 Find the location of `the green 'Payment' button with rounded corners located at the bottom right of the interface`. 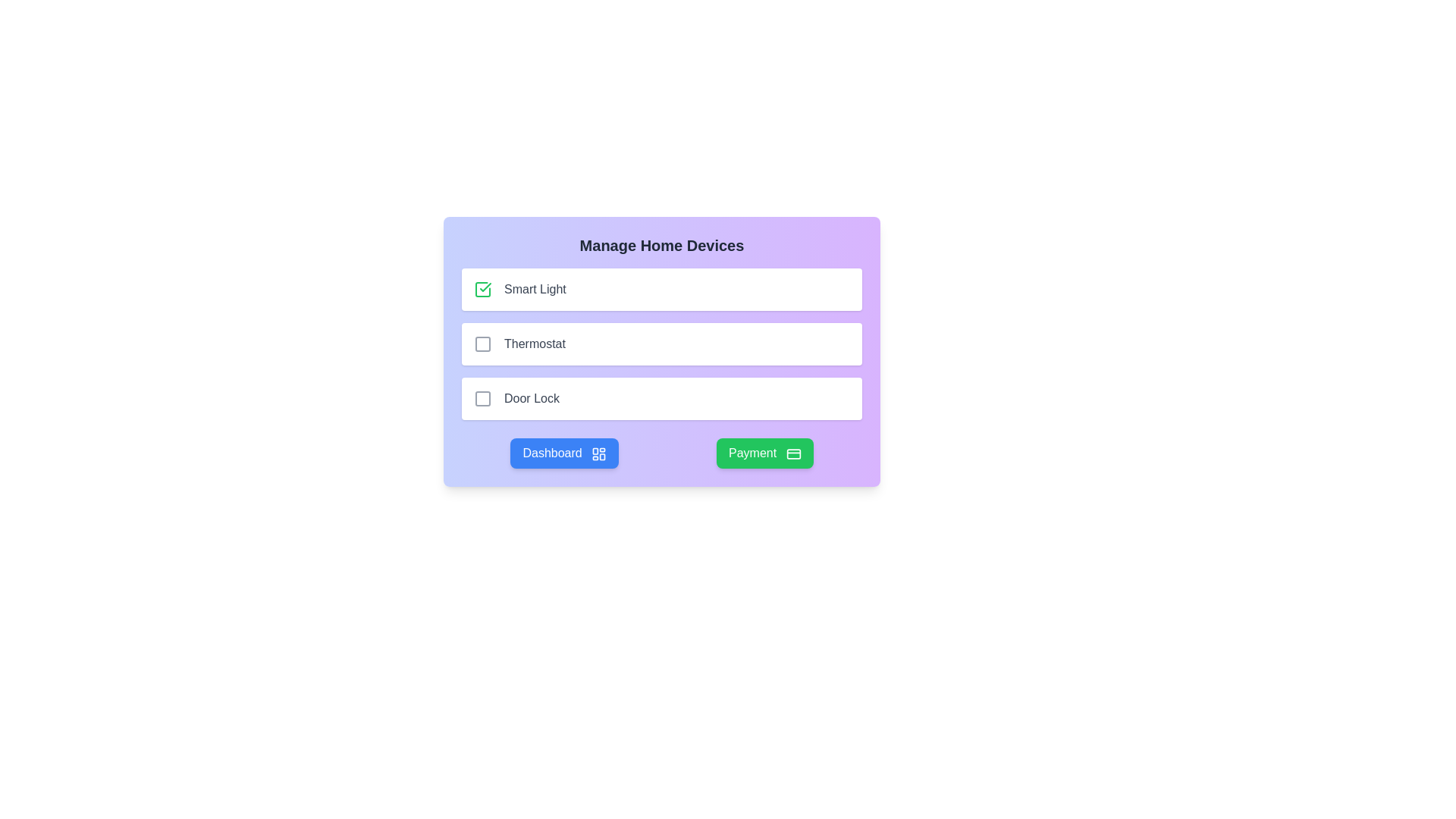

the green 'Payment' button with rounded corners located at the bottom right of the interface is located at coordinates (764, 452).